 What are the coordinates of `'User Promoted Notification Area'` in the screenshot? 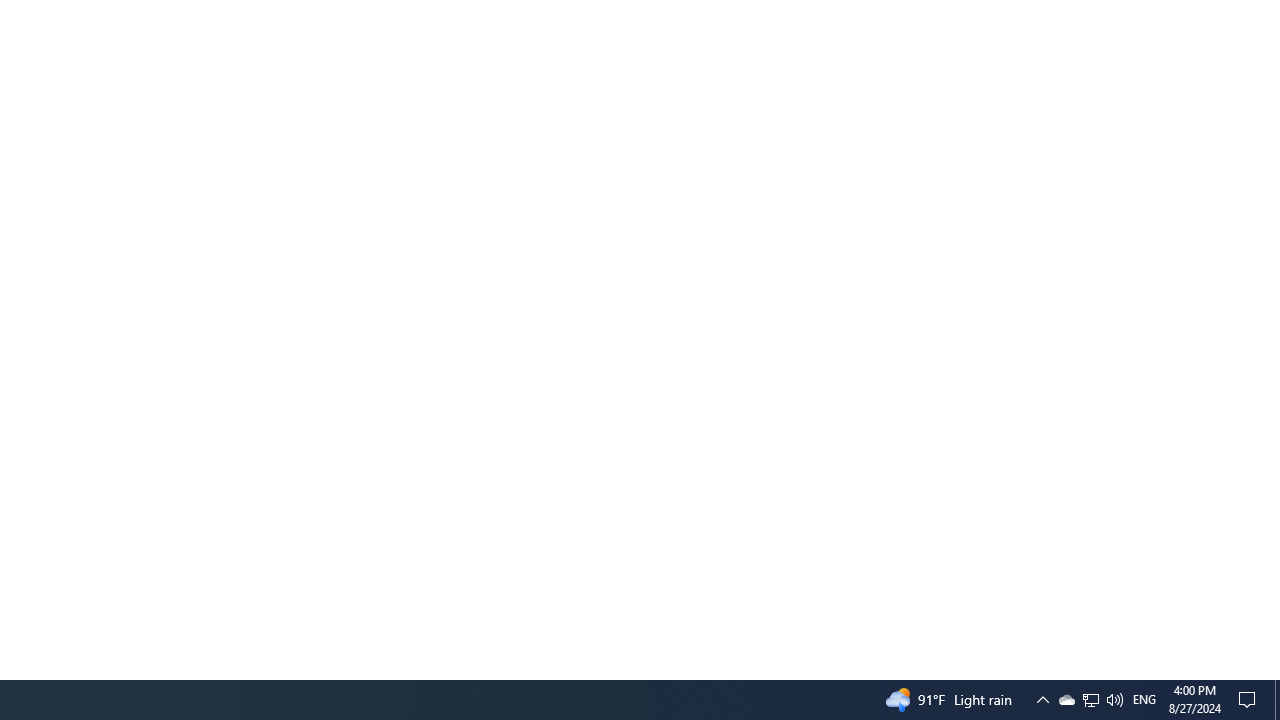 It's located at (1089, 698).